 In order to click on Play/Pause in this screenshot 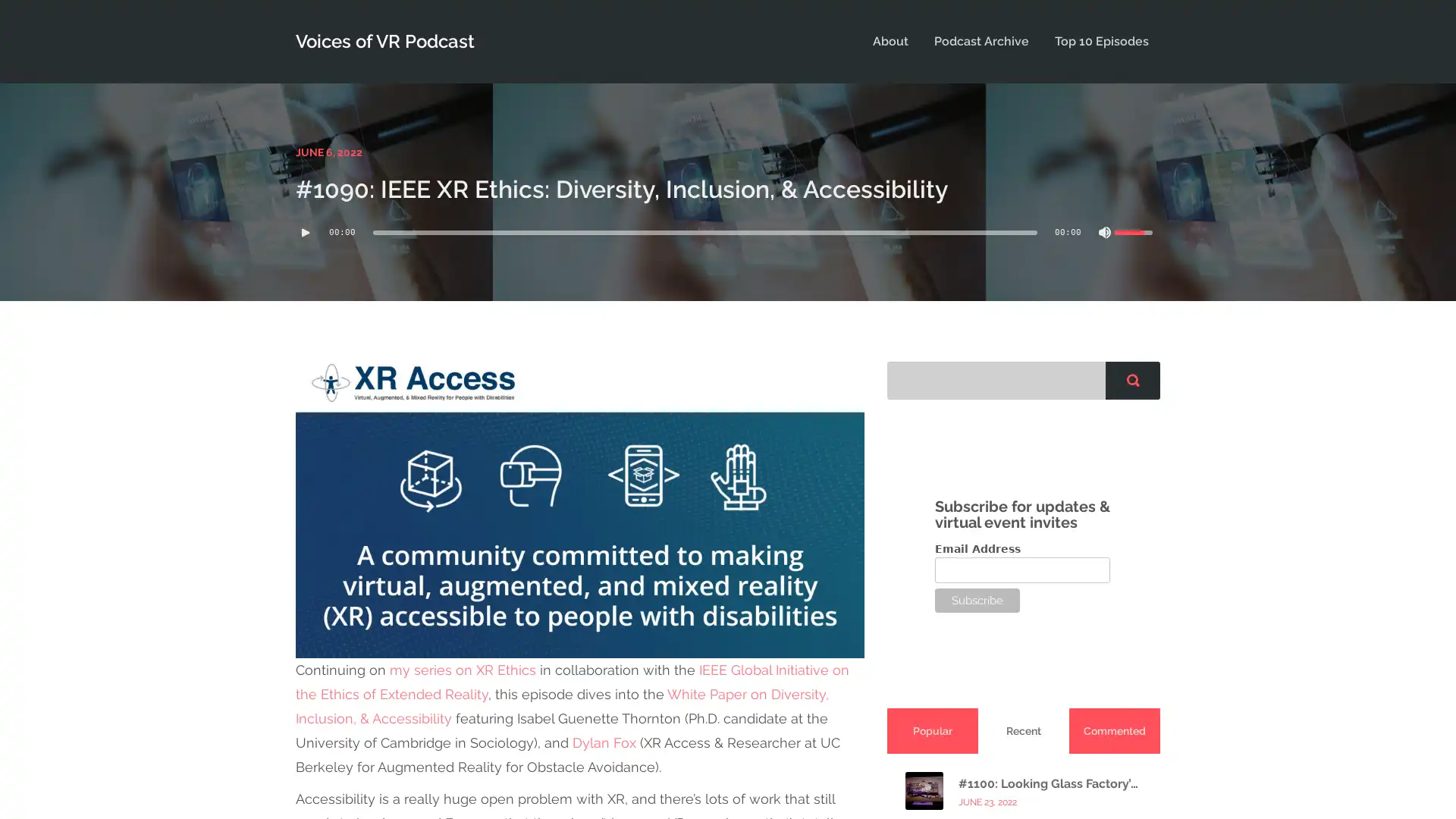, I will do `click(305, 231)`.